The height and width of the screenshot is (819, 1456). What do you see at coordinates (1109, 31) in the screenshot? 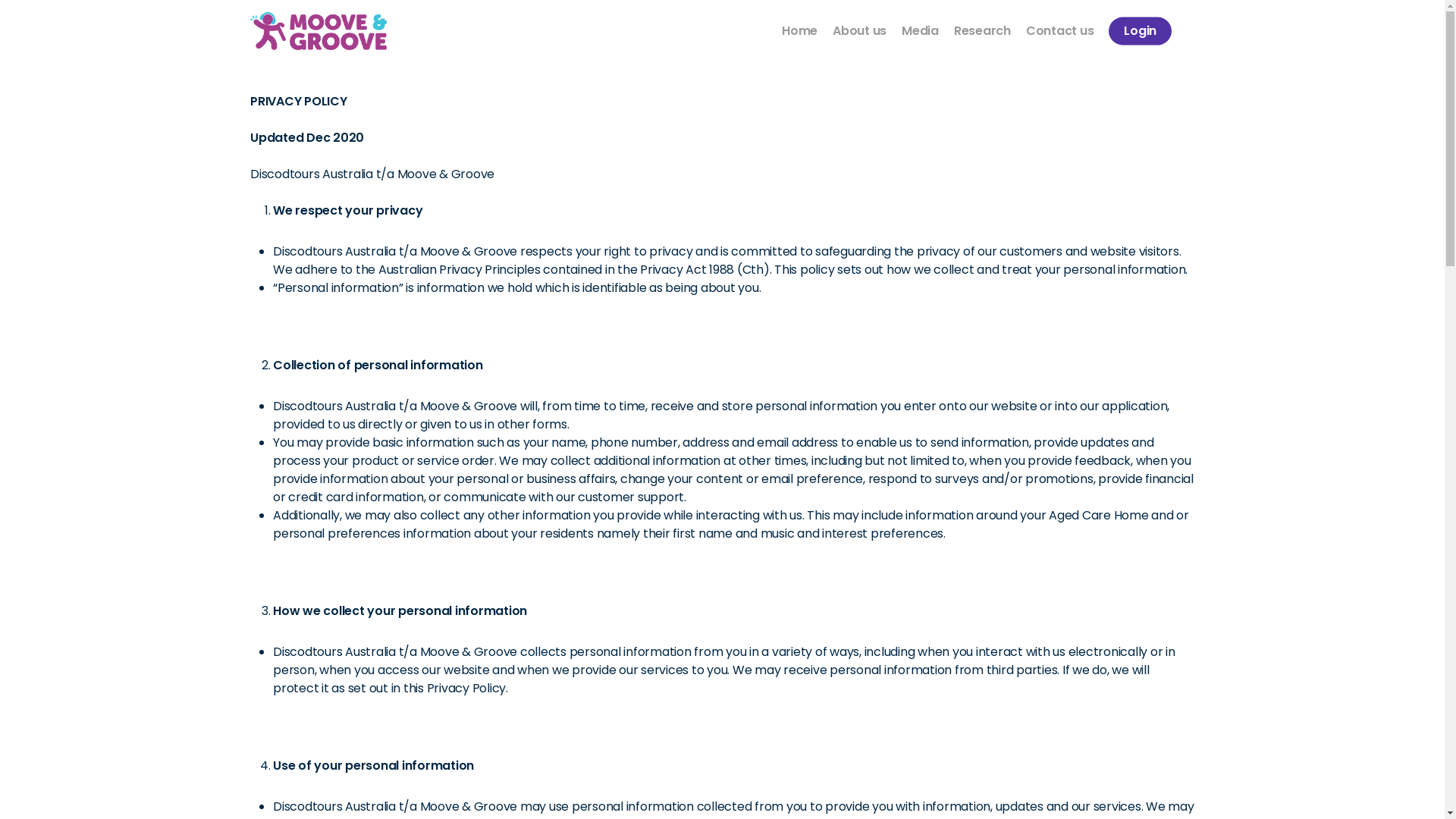
I see `'Login'` at bounding box center [1109, 31].